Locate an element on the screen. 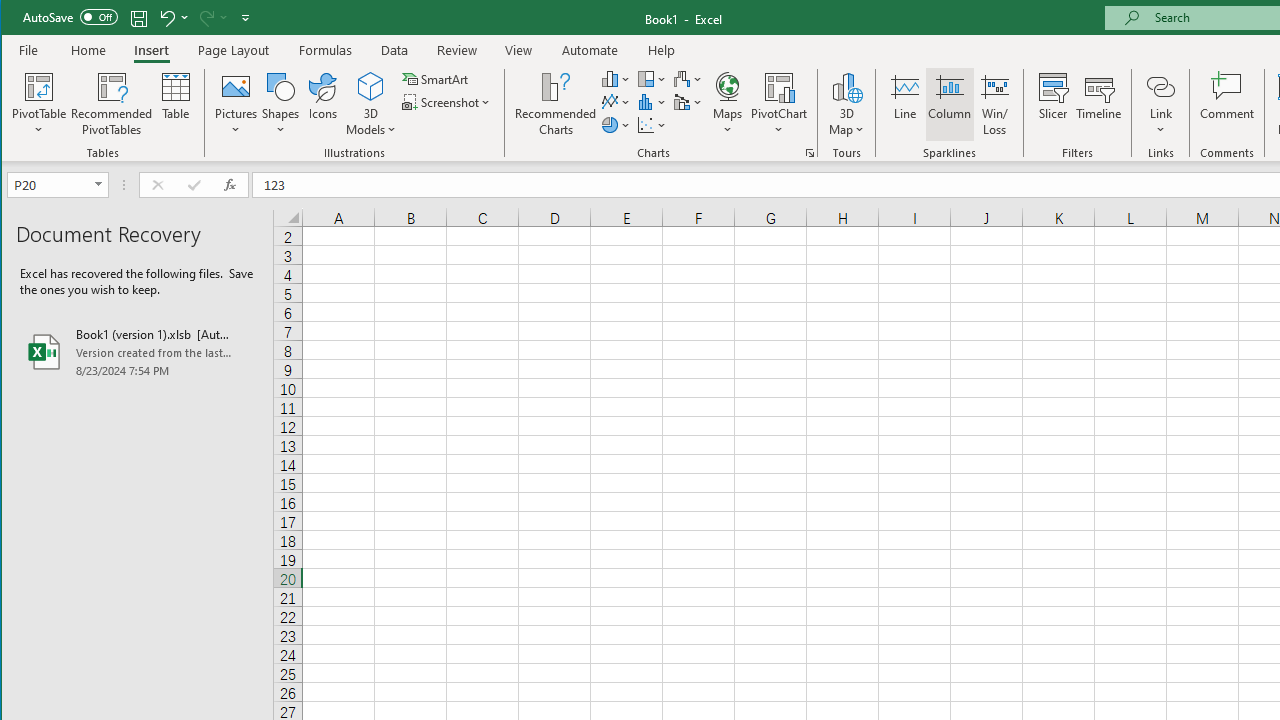 This screenshot has width=1280, height=720. '3D Models' is located at coordinates (371, 104).